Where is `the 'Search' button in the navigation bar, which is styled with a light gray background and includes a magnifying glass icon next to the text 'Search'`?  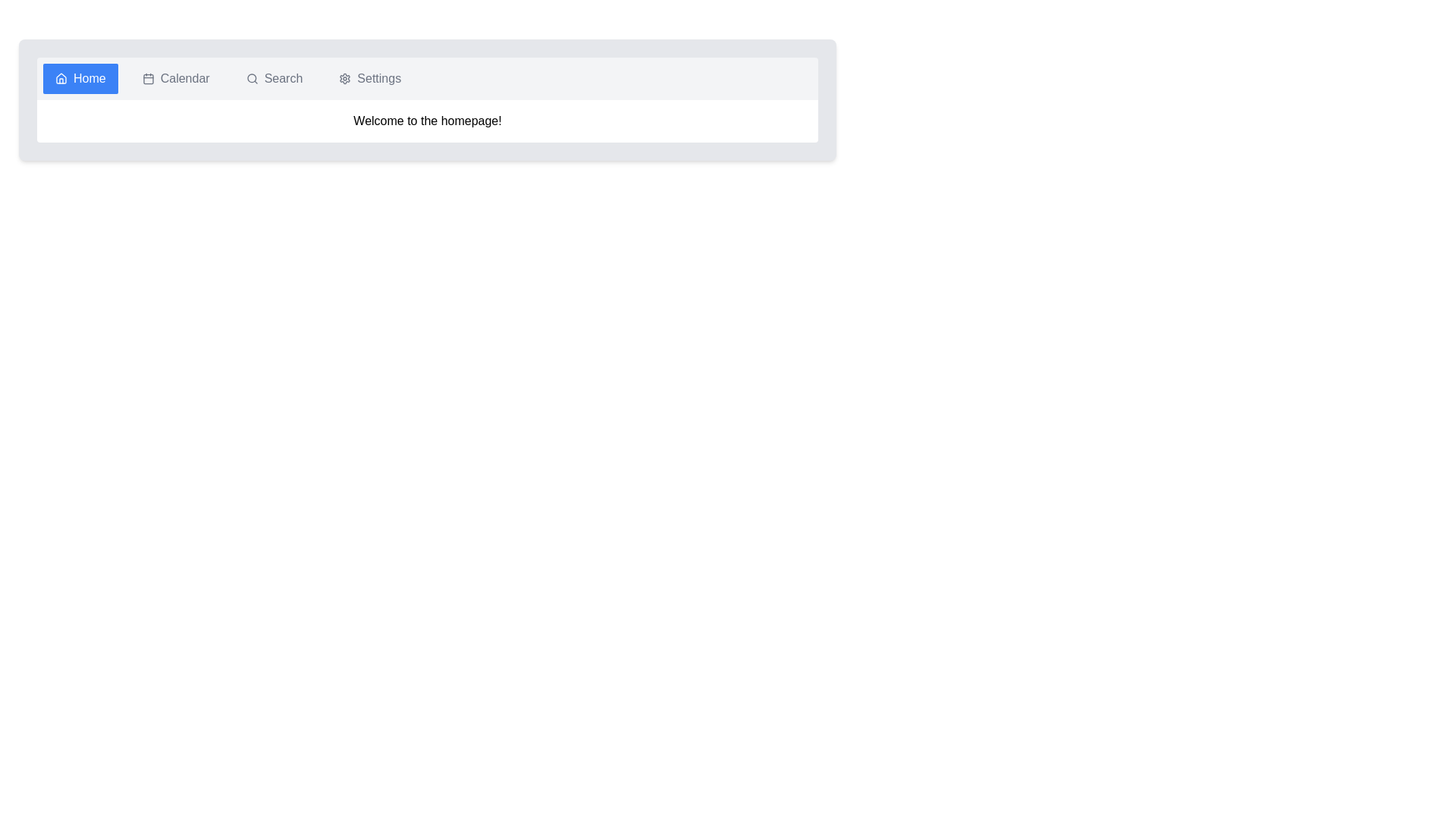
the 'Search' button in the navigation bar, which is styled with a light gray background and includes a magnifying glass icon next to the text 'Search' is located at coordinates (274, 79).